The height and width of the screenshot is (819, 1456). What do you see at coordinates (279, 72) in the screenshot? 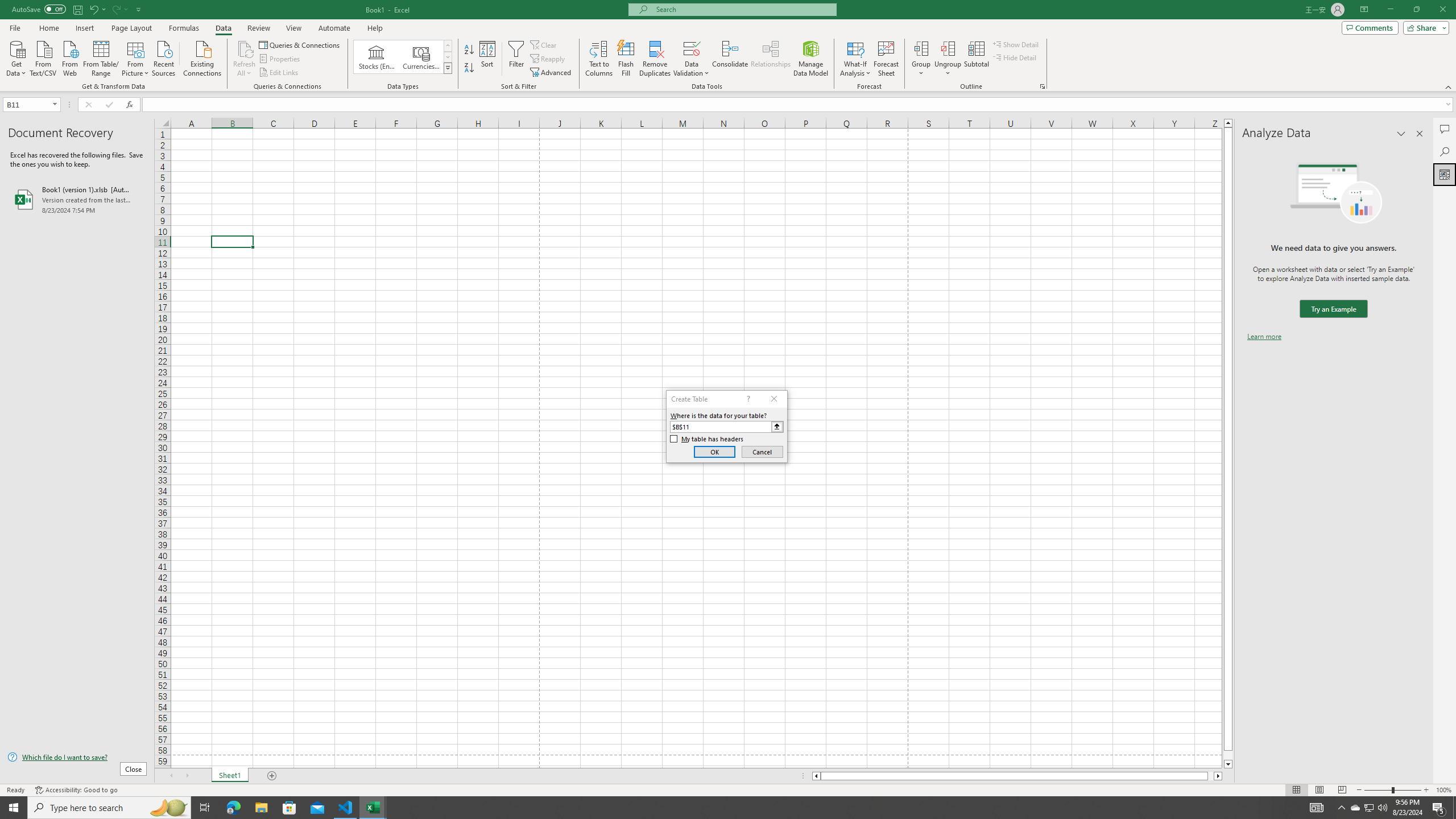
I see `'Edit Links'` at bounding box center [279, 72].